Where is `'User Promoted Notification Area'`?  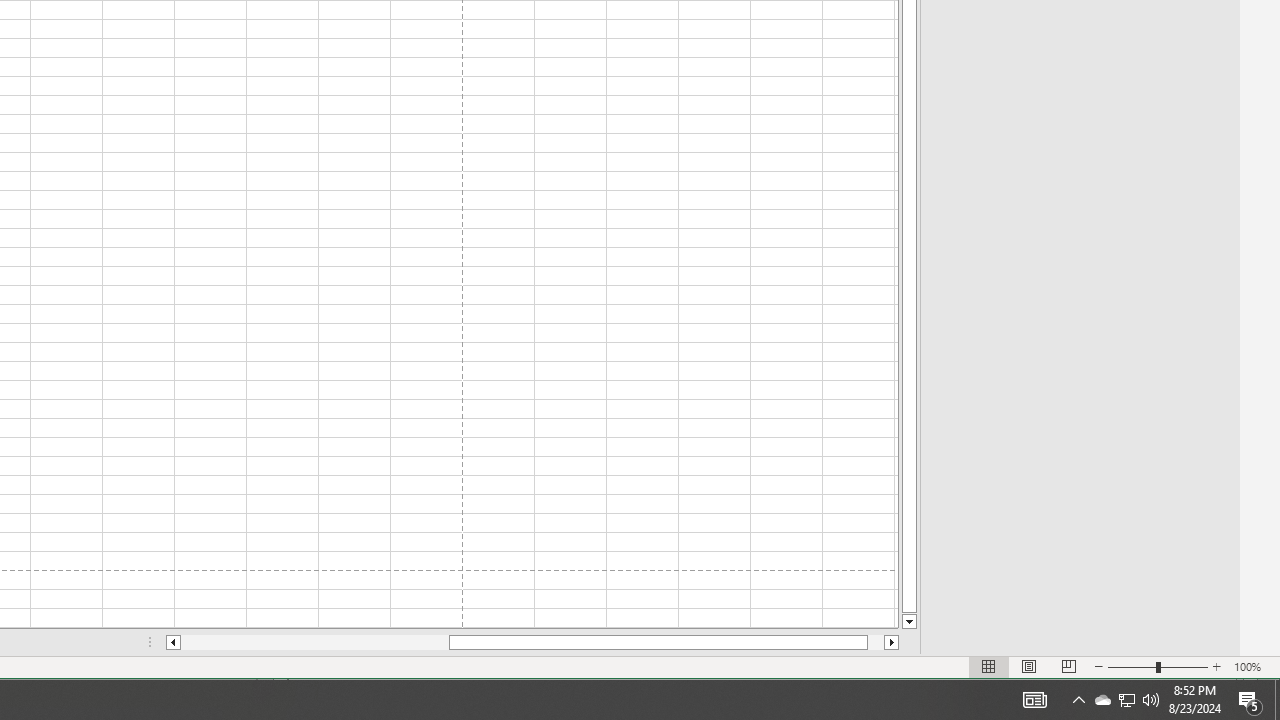 'User Promoted Notification Area' is located at coordinates (1127, 698).